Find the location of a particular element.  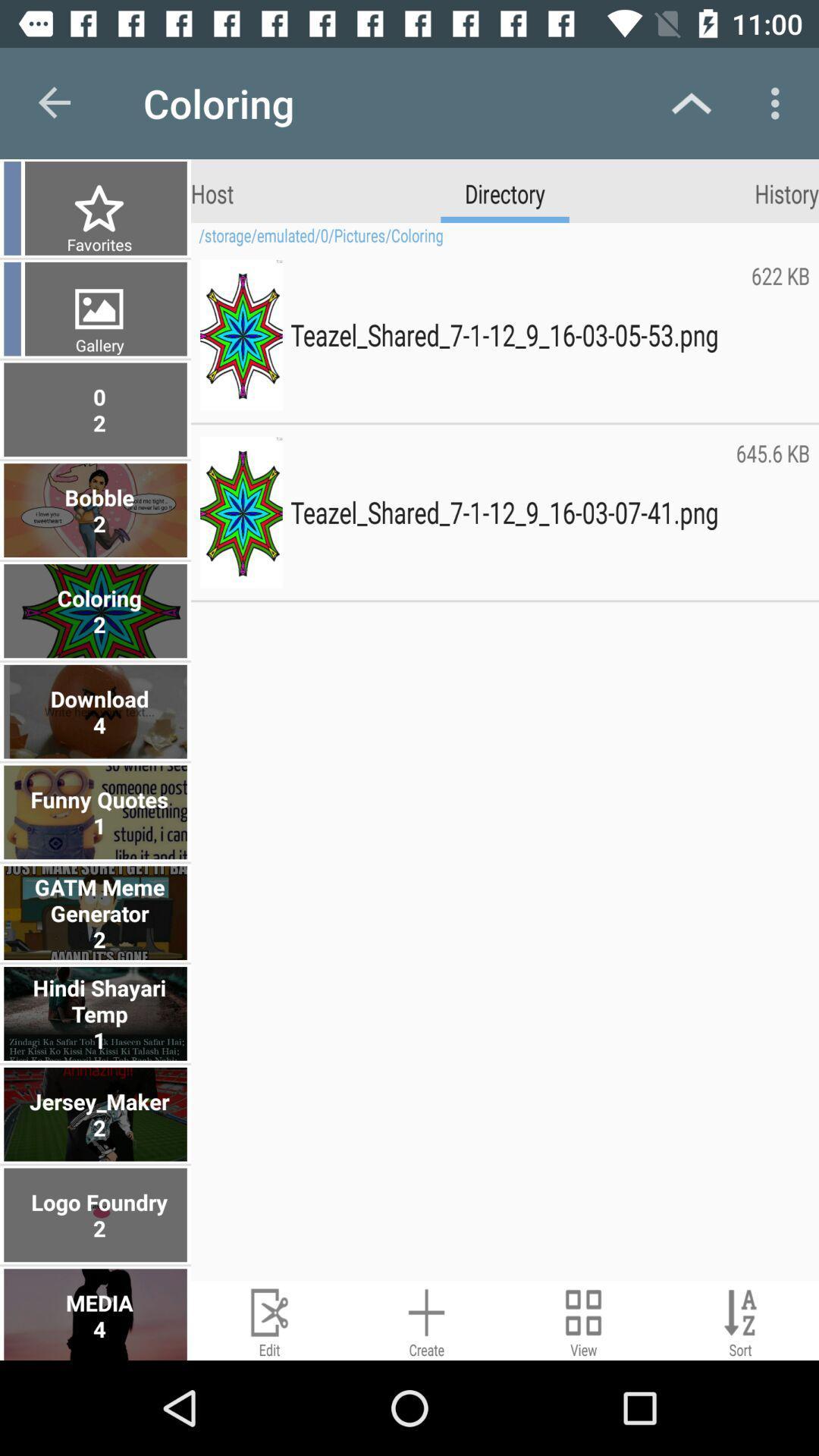

edit image is located at coordinates (268, 1319).